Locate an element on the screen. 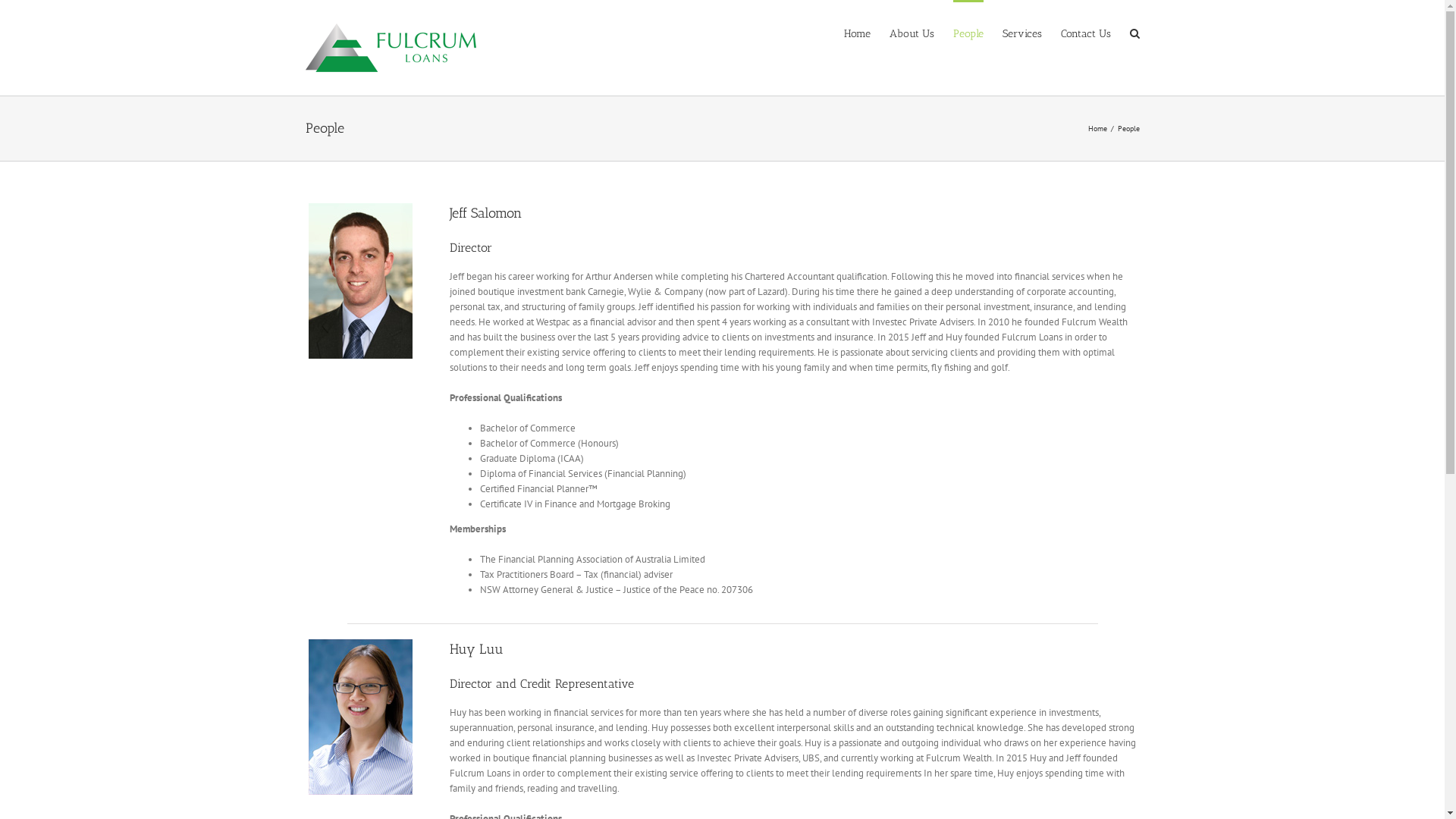  'About Us' is located at coordinates (910, 32).